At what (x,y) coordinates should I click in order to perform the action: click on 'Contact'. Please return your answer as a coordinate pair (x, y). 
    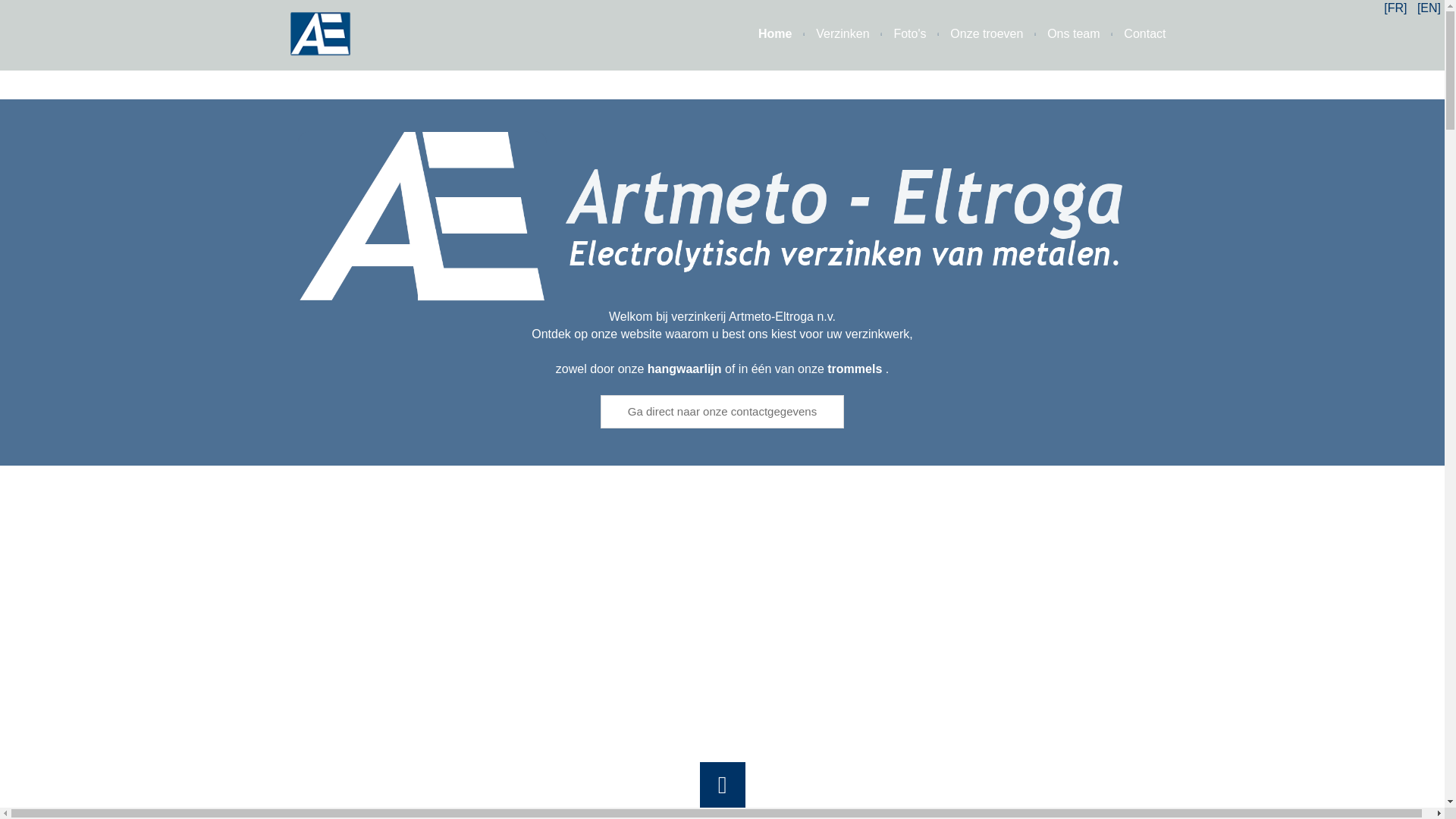
    Looking at the image, I should click on (1133, 34).